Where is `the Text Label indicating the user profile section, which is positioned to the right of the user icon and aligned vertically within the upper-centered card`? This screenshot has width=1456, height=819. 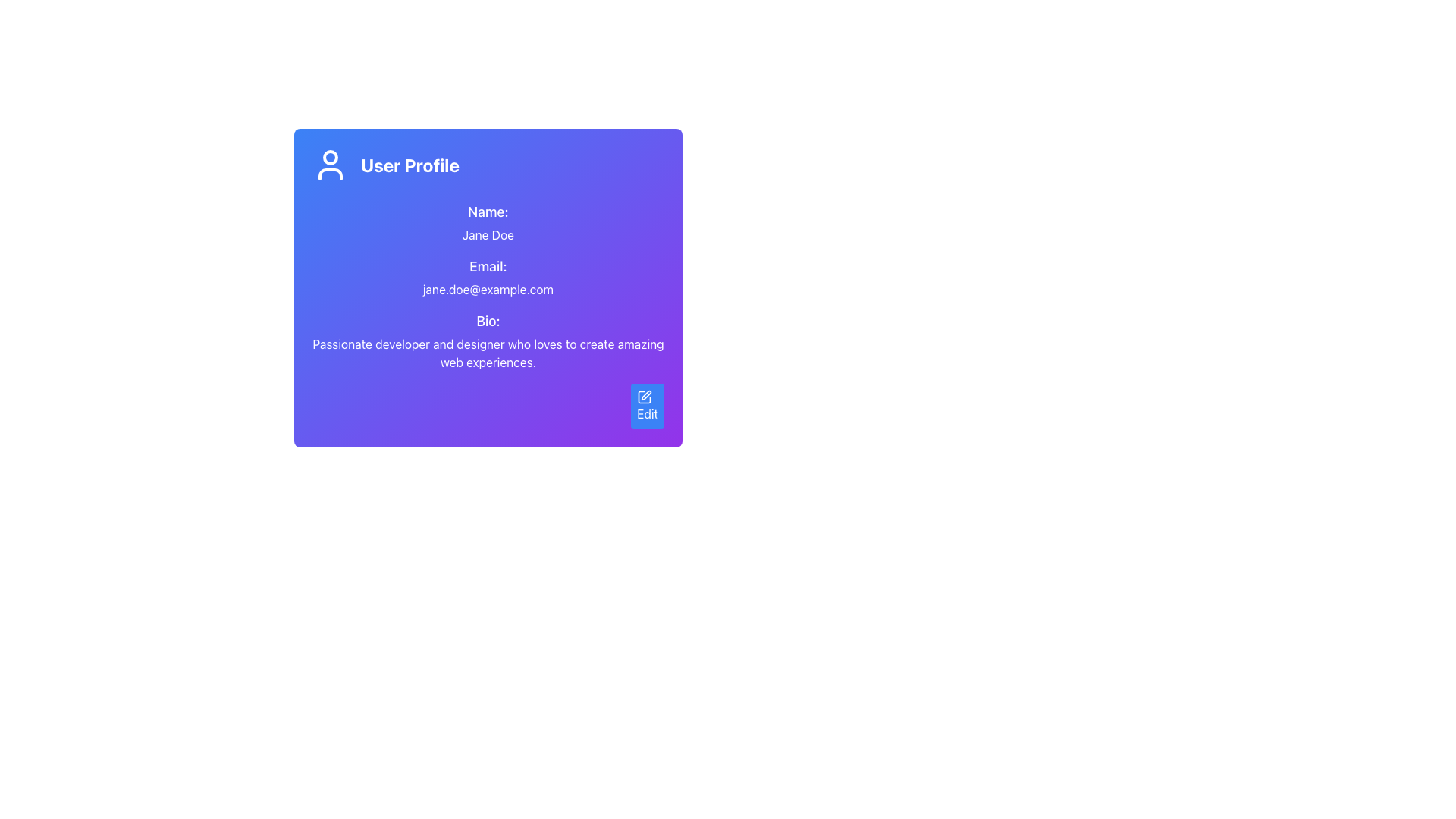
the Text Label indicating the user profile section, which is positioned to the right of the user icon and aligned vertically within the upper-centered card is located at coordinates (410, 165).